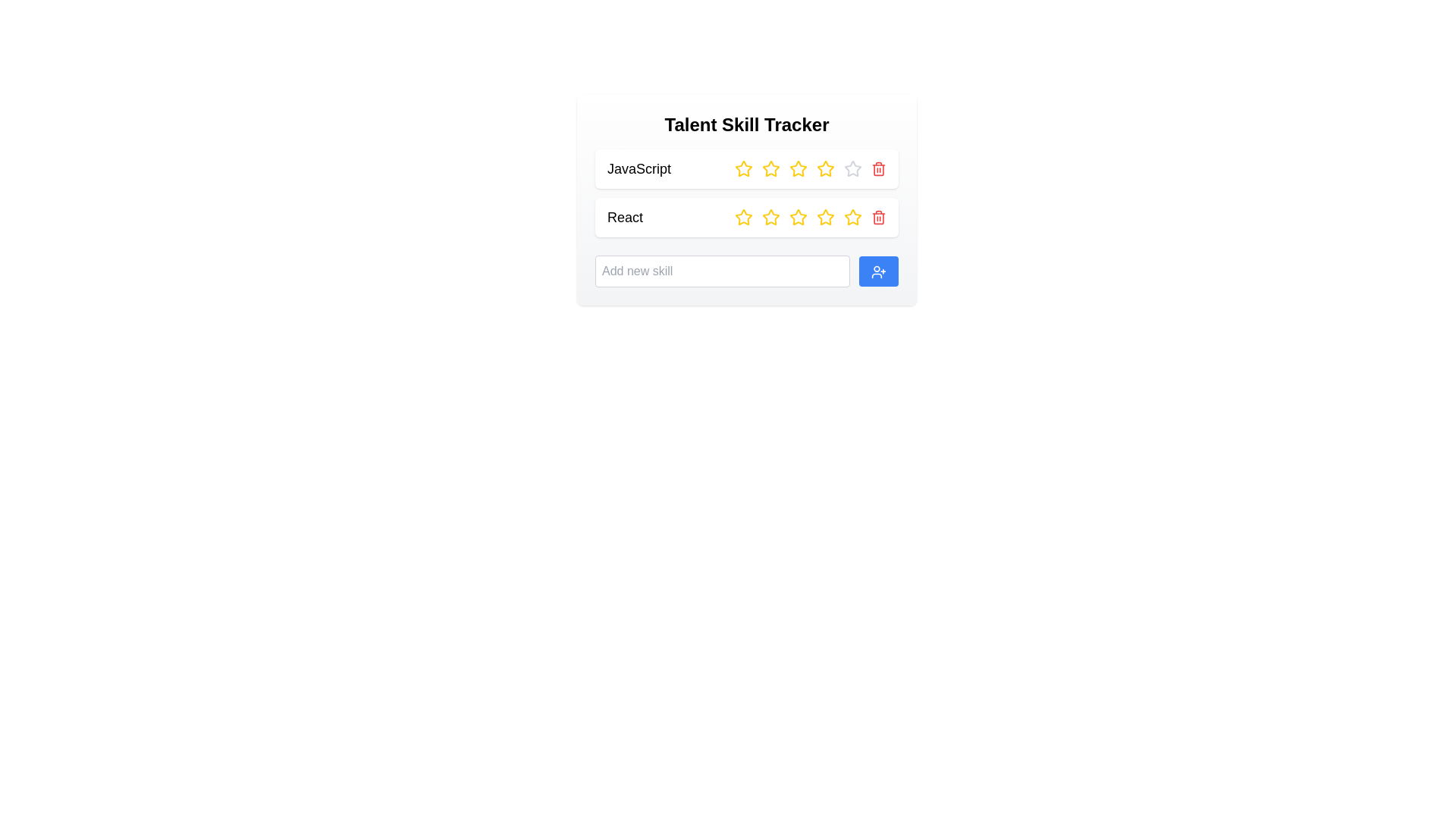 Image resolution: width=1456 pixels, height=819 pixels. I want to click on the yellow star icons in the Rating interface located in the second row under the 'React' skill label to modify the rating, so click(810, 217).